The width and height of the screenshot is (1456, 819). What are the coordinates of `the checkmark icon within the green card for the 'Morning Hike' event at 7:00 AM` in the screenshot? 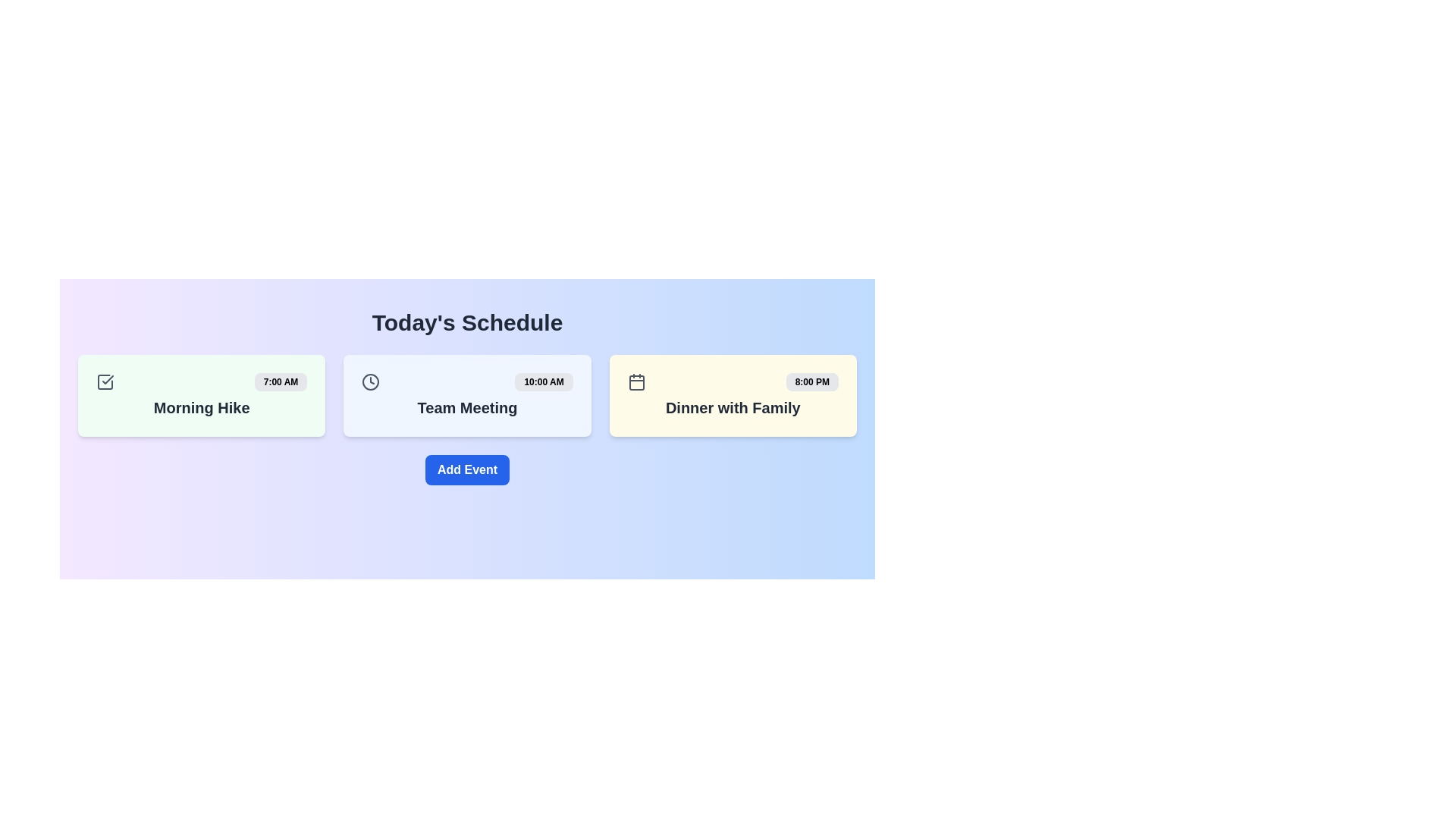 It's located at (105, 381).